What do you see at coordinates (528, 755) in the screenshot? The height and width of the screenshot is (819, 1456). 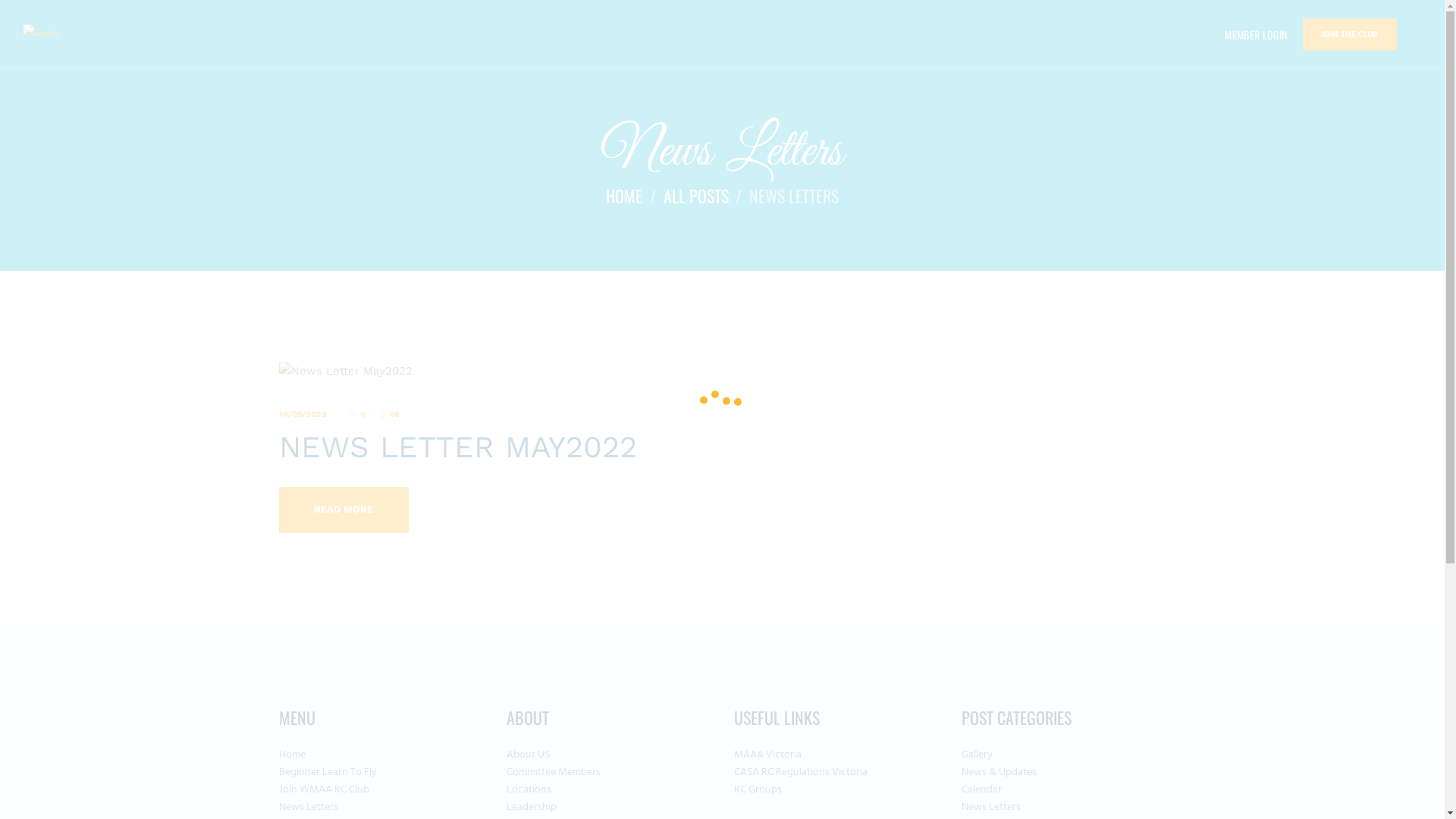 I see `'About US'` at bounding box center [528, 755].